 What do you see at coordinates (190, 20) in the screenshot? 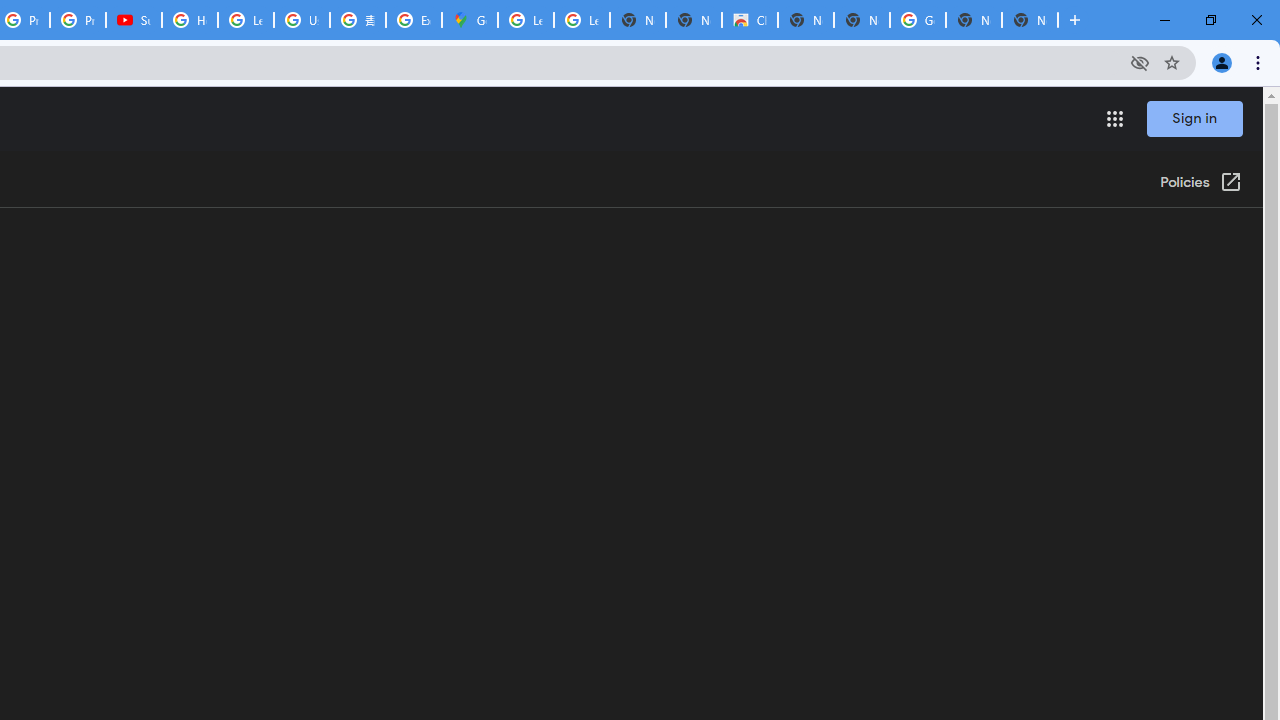
I see `'How Chrome protects your passwords - Google Chrome Help'` at bounding box center [190, 20].